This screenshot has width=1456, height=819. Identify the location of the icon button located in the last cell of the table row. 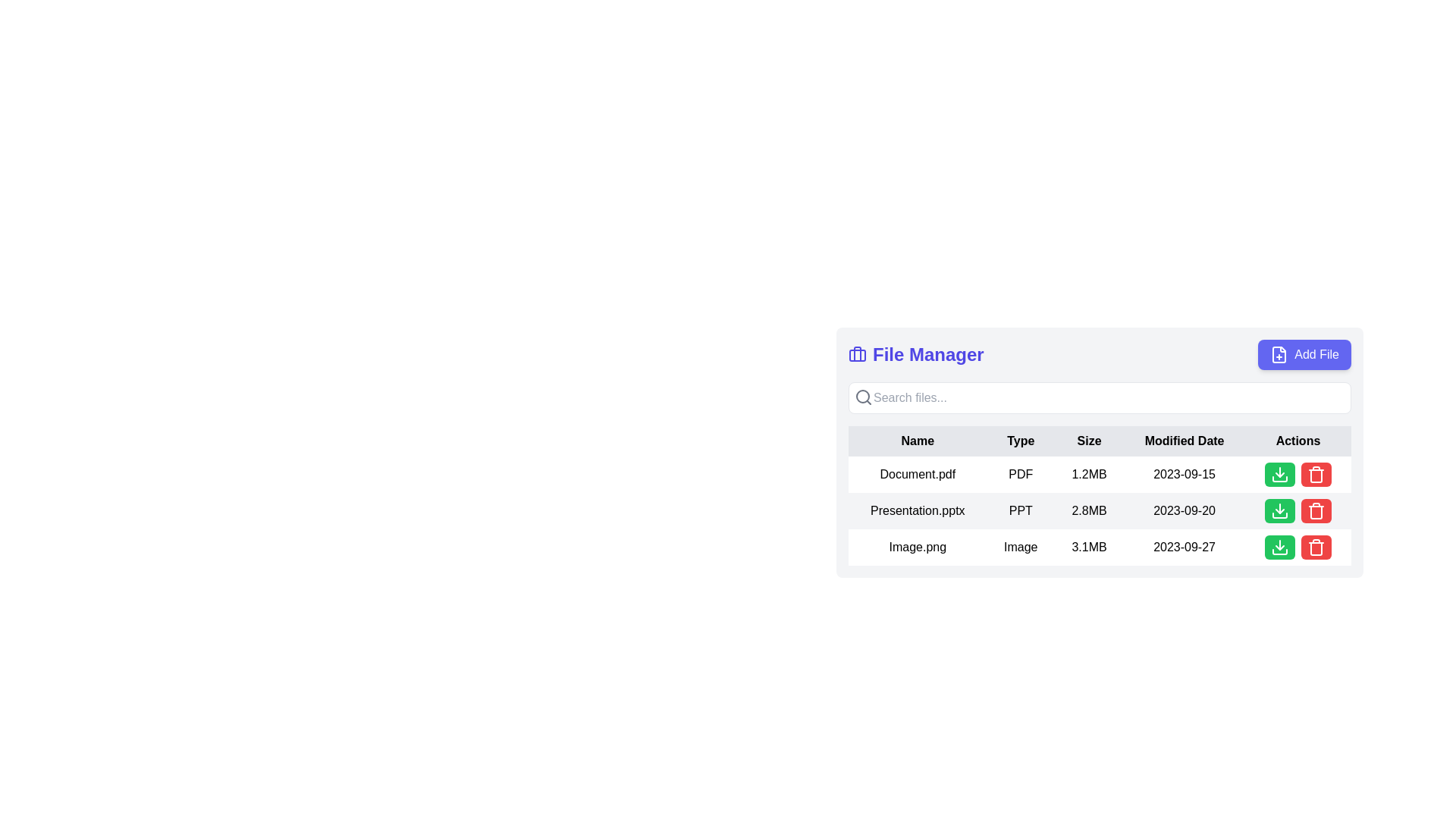
(1316, 511).